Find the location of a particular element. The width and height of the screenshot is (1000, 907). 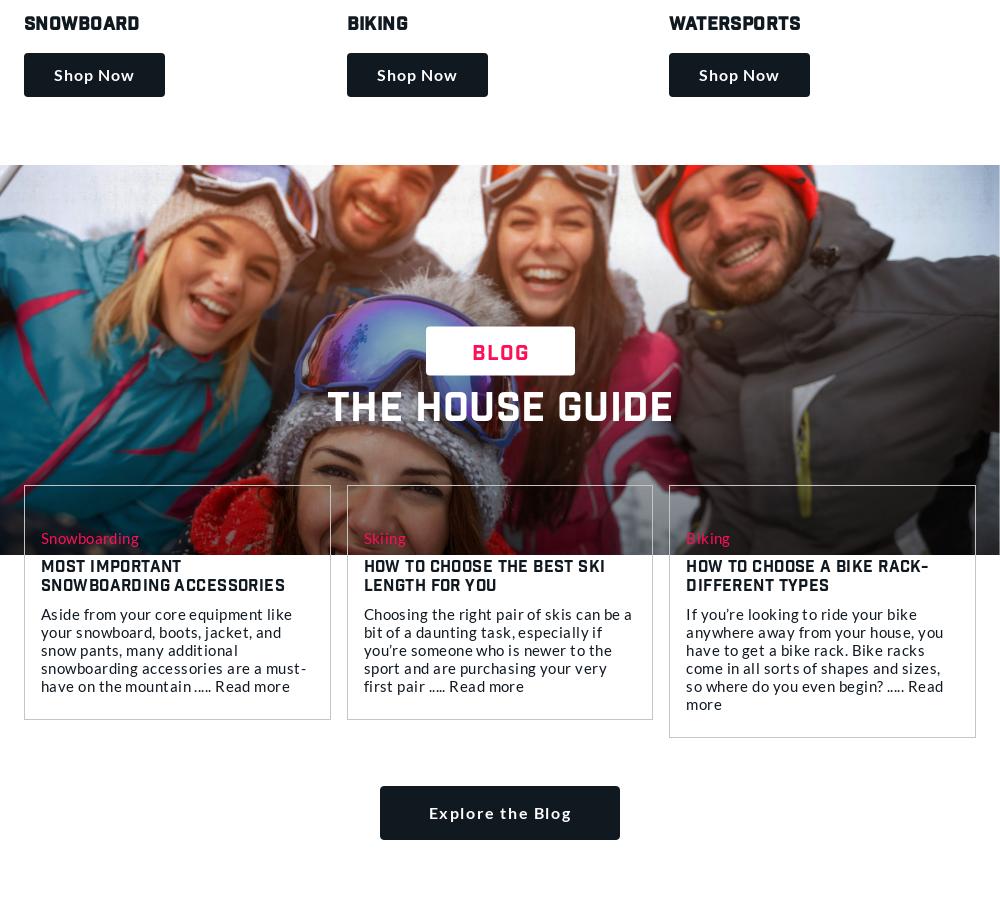

'How to Choose a Bike Rack-Different Types' is located at coordinates (807, 577).